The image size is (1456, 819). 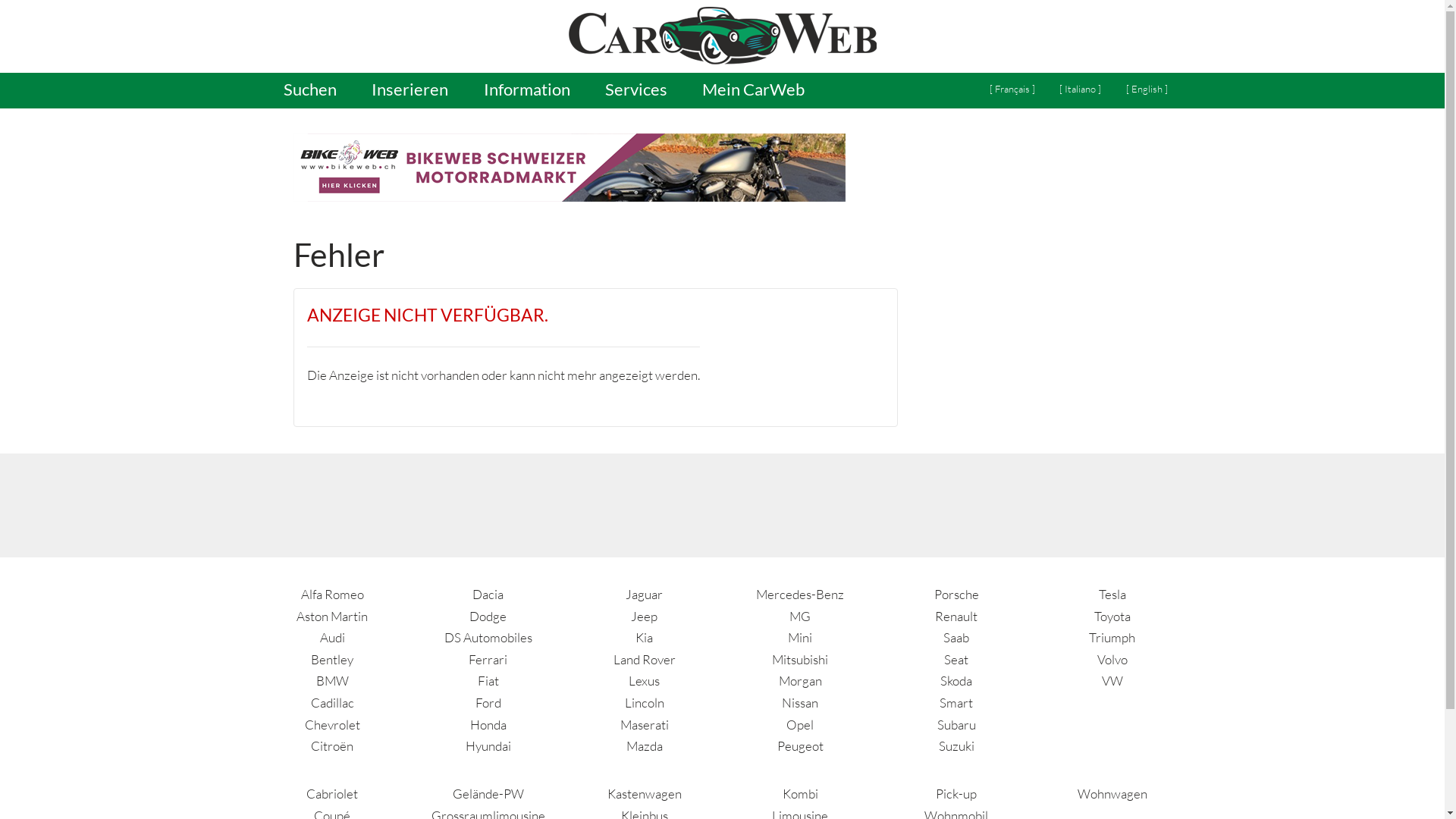 I want to click on 'Smart', so click(x=955, y=702).